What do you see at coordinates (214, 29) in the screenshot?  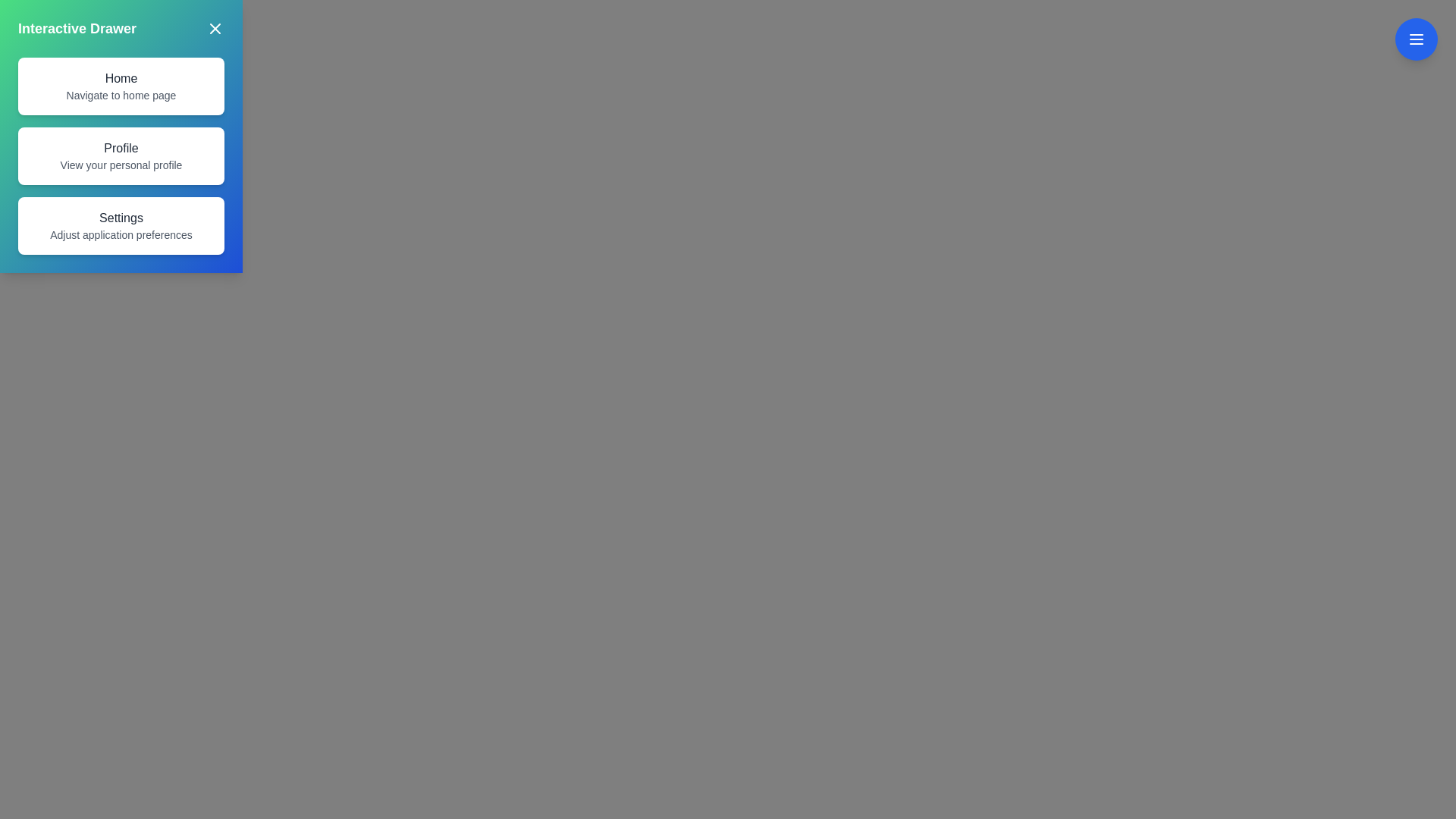 I see `the 'X' shaped icon button located in the top-right corner of the 'Interactive Drawer' section` at bounding box center [214, 29].